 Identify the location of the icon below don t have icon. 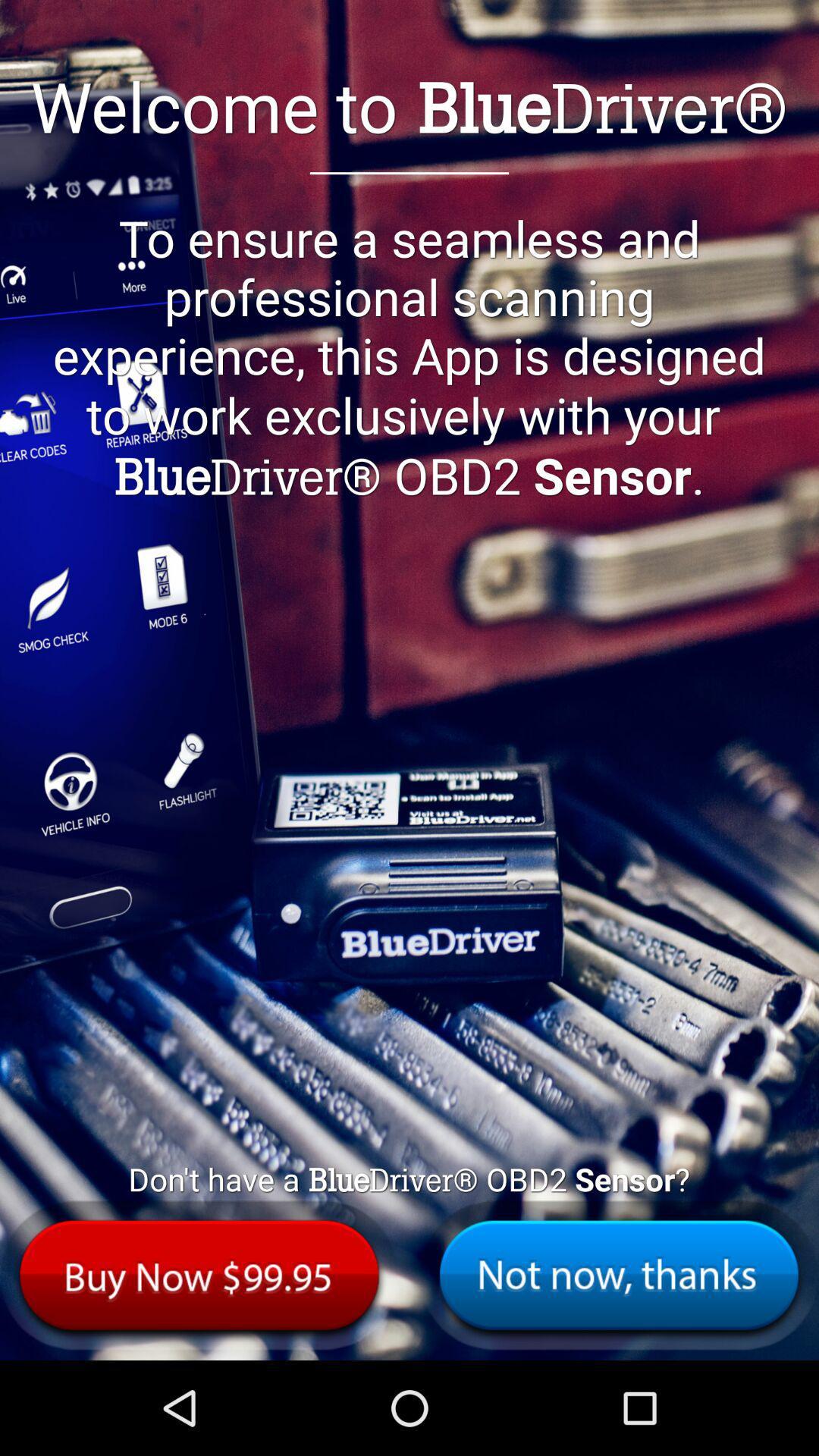
(619, 1274).